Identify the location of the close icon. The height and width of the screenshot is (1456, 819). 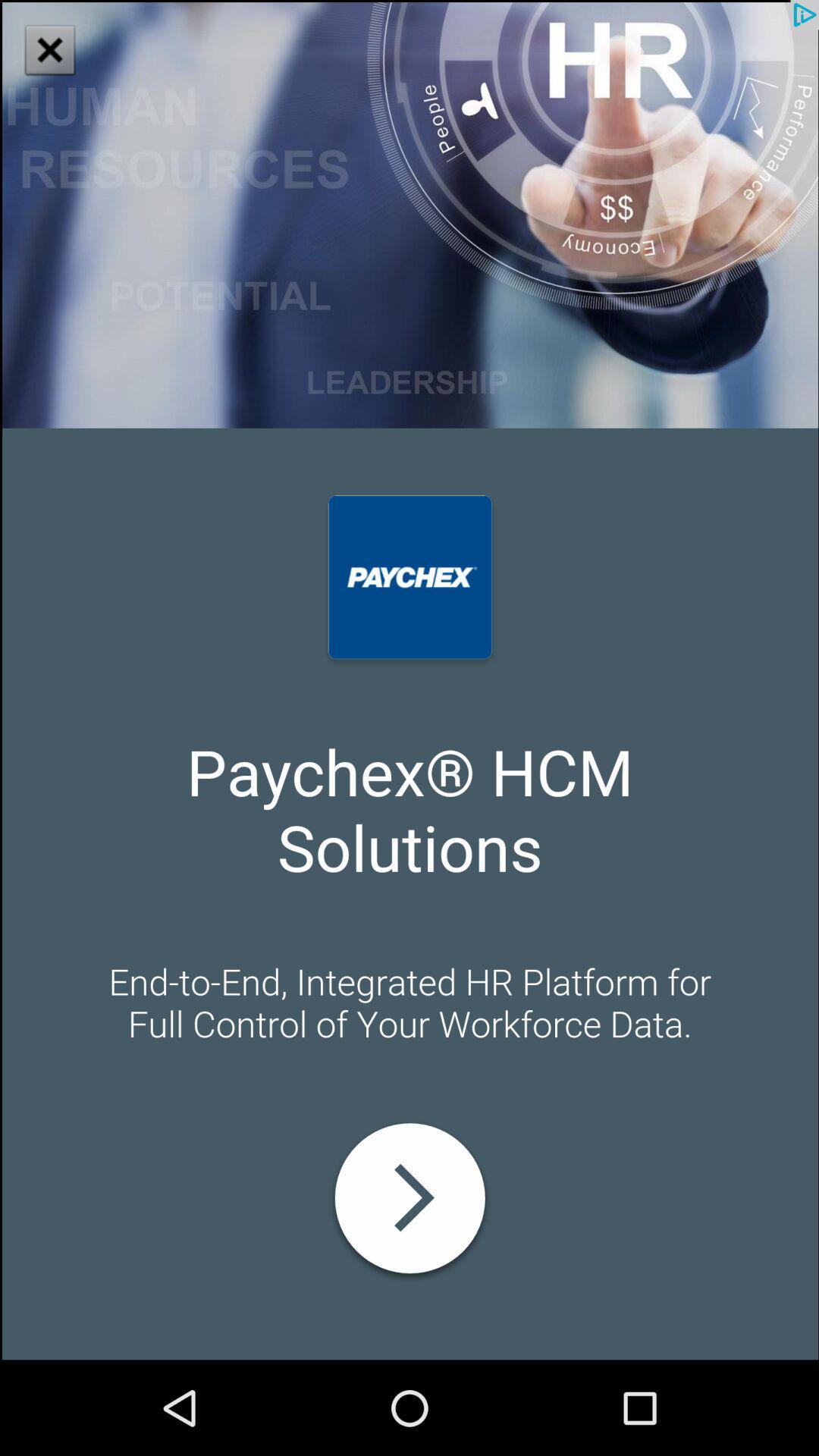
(49, 53).